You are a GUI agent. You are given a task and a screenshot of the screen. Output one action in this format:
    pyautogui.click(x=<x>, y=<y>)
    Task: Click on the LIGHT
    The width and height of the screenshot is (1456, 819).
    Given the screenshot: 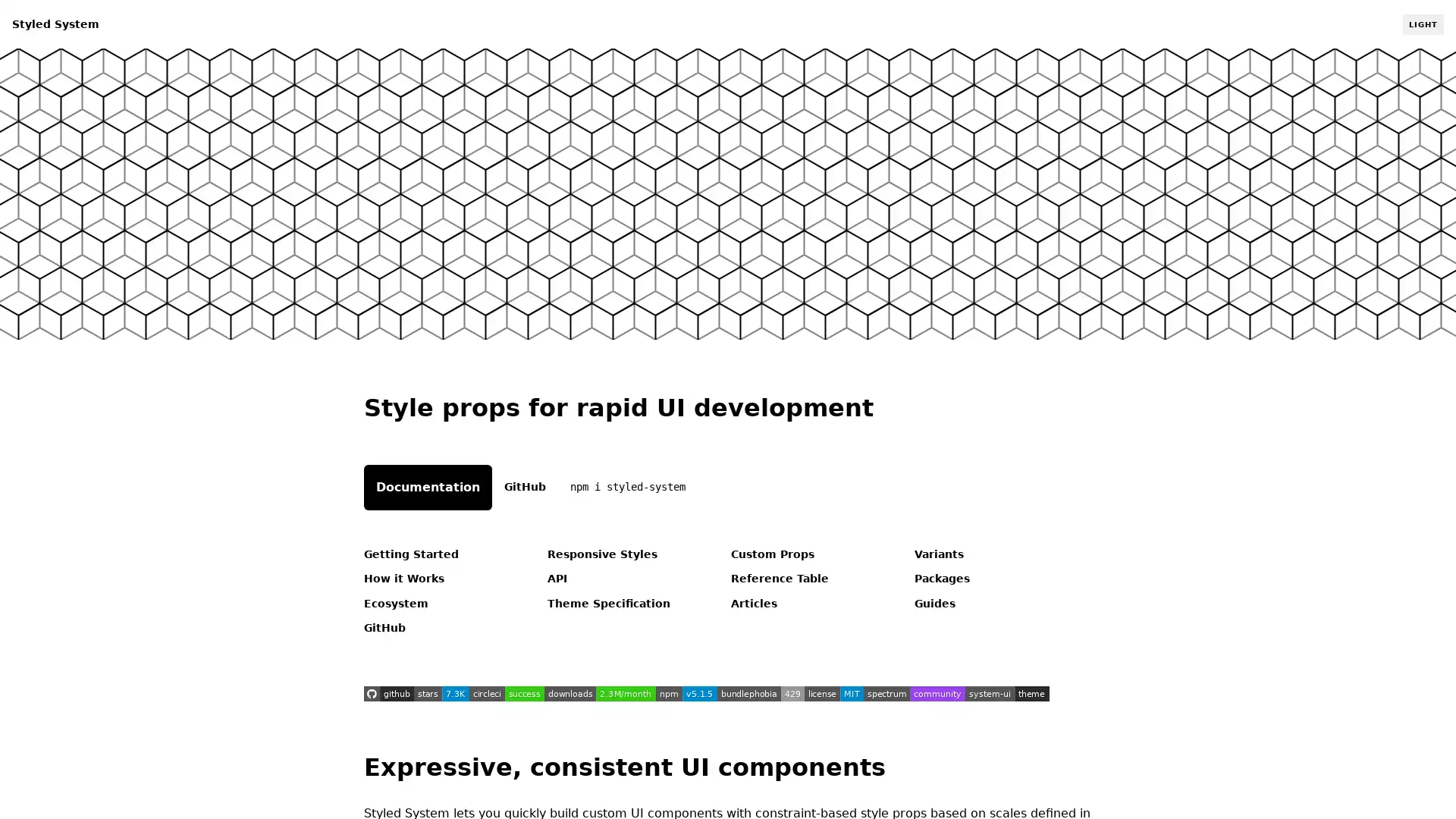 What is the action you would take?
    pyautogui.click(x=1422, y=24)
    